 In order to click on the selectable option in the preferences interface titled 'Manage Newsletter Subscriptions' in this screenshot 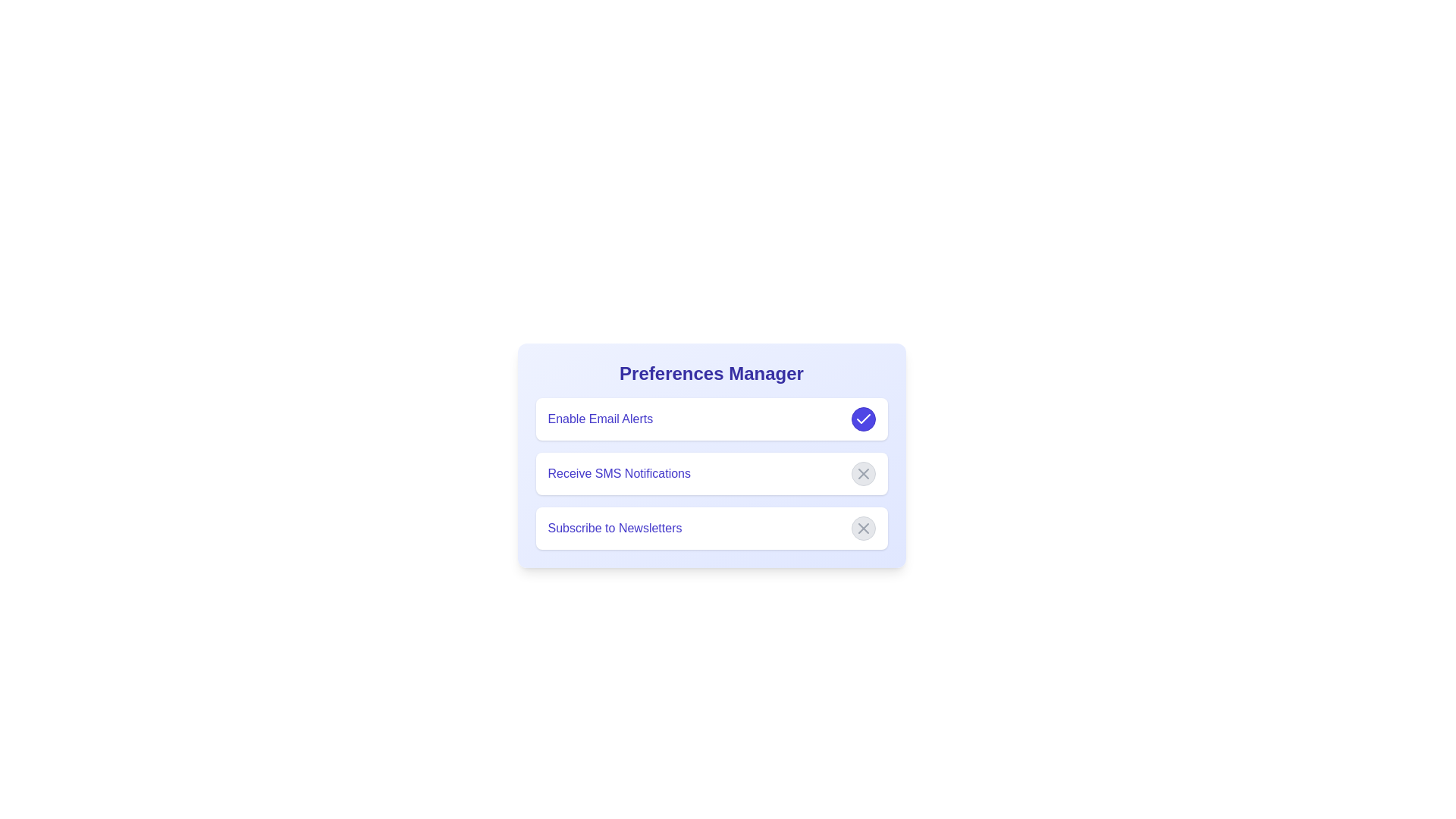, I will do `click(711, 528)`.